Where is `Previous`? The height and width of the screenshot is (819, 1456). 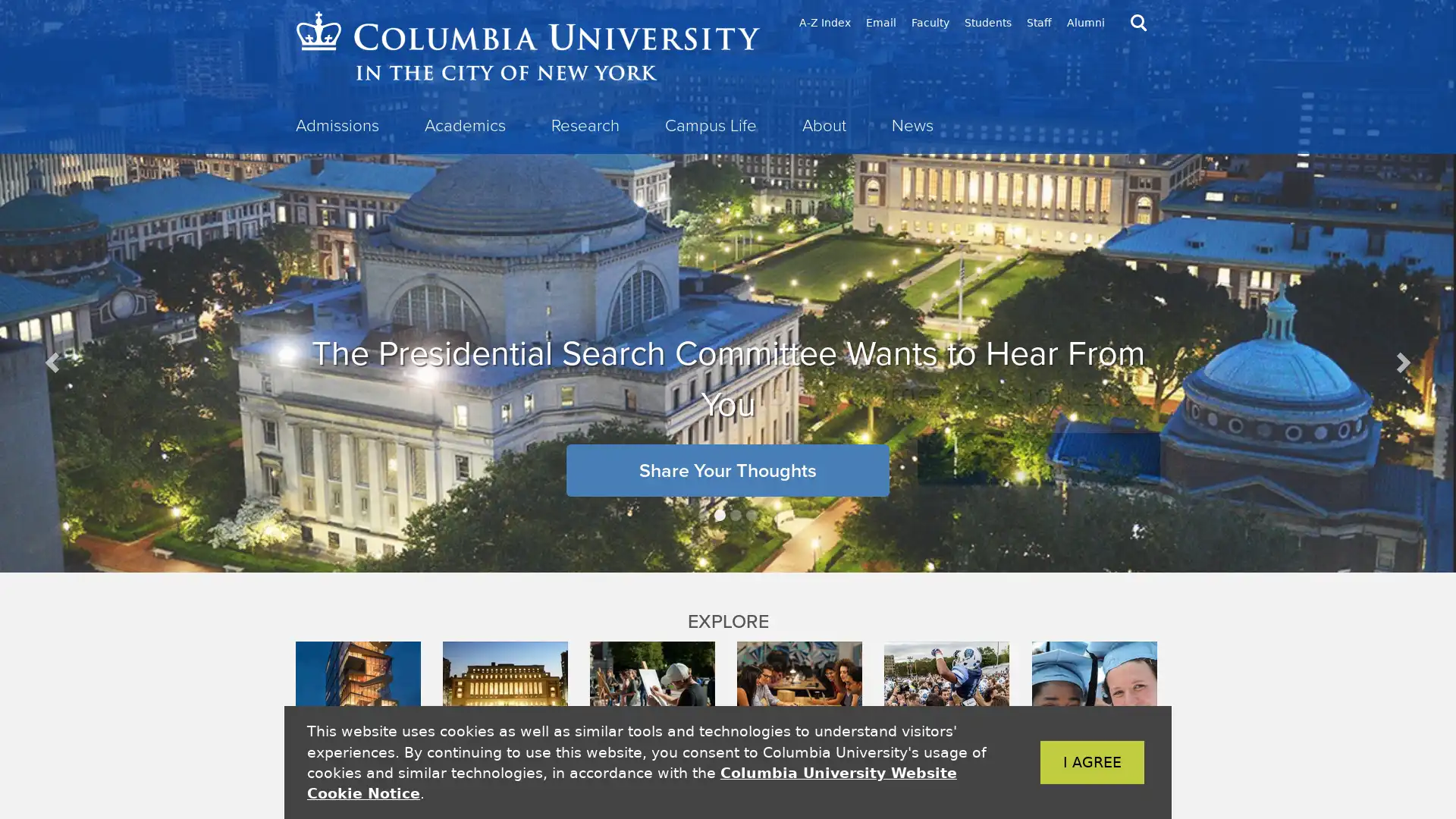 Previous is located at coordinates (54, 362).